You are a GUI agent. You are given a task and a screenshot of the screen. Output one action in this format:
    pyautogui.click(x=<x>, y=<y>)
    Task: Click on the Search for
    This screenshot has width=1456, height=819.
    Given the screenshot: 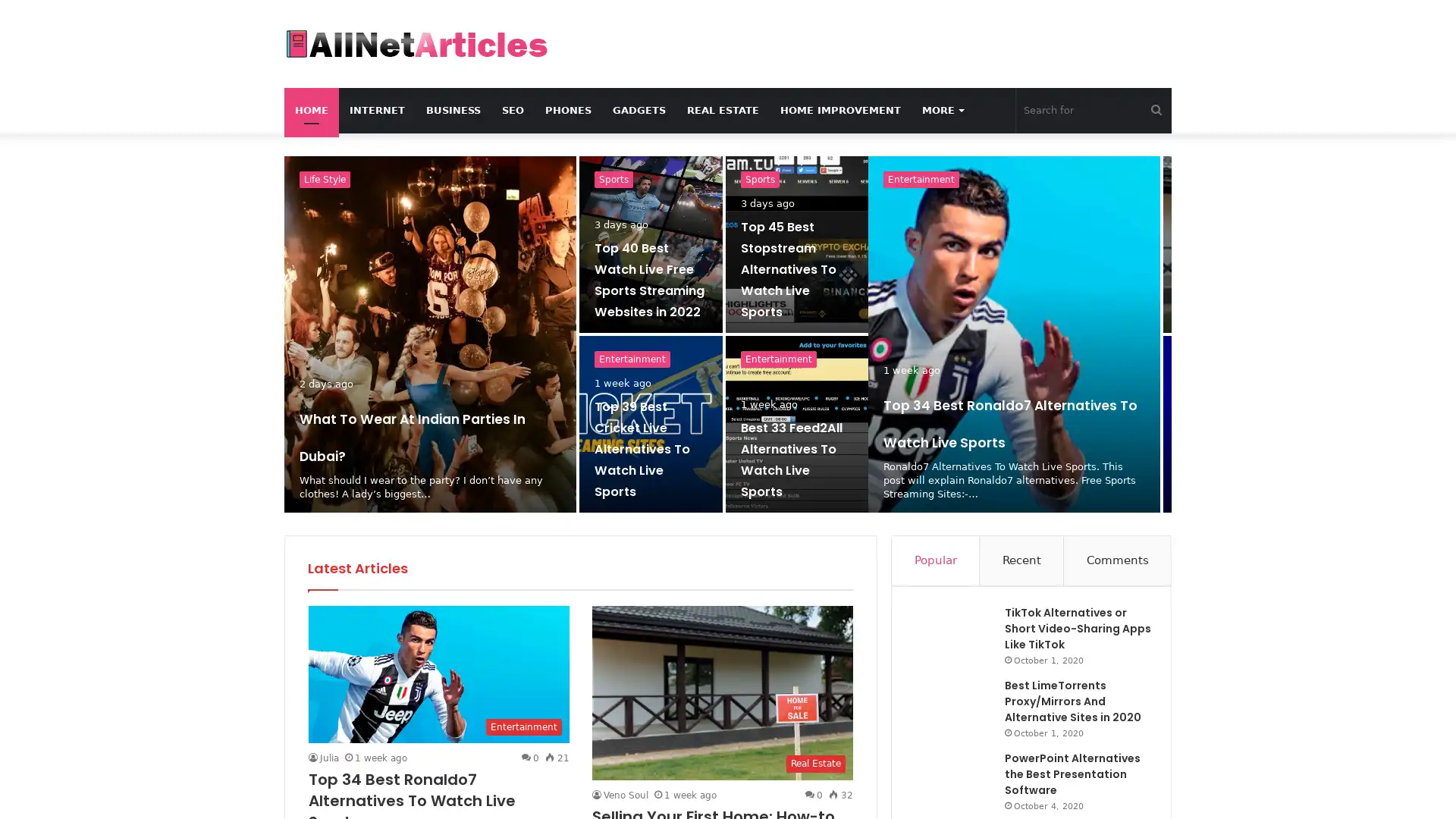 What is the action you would take?
    pyautogui.click(x=1156, y=110)
    